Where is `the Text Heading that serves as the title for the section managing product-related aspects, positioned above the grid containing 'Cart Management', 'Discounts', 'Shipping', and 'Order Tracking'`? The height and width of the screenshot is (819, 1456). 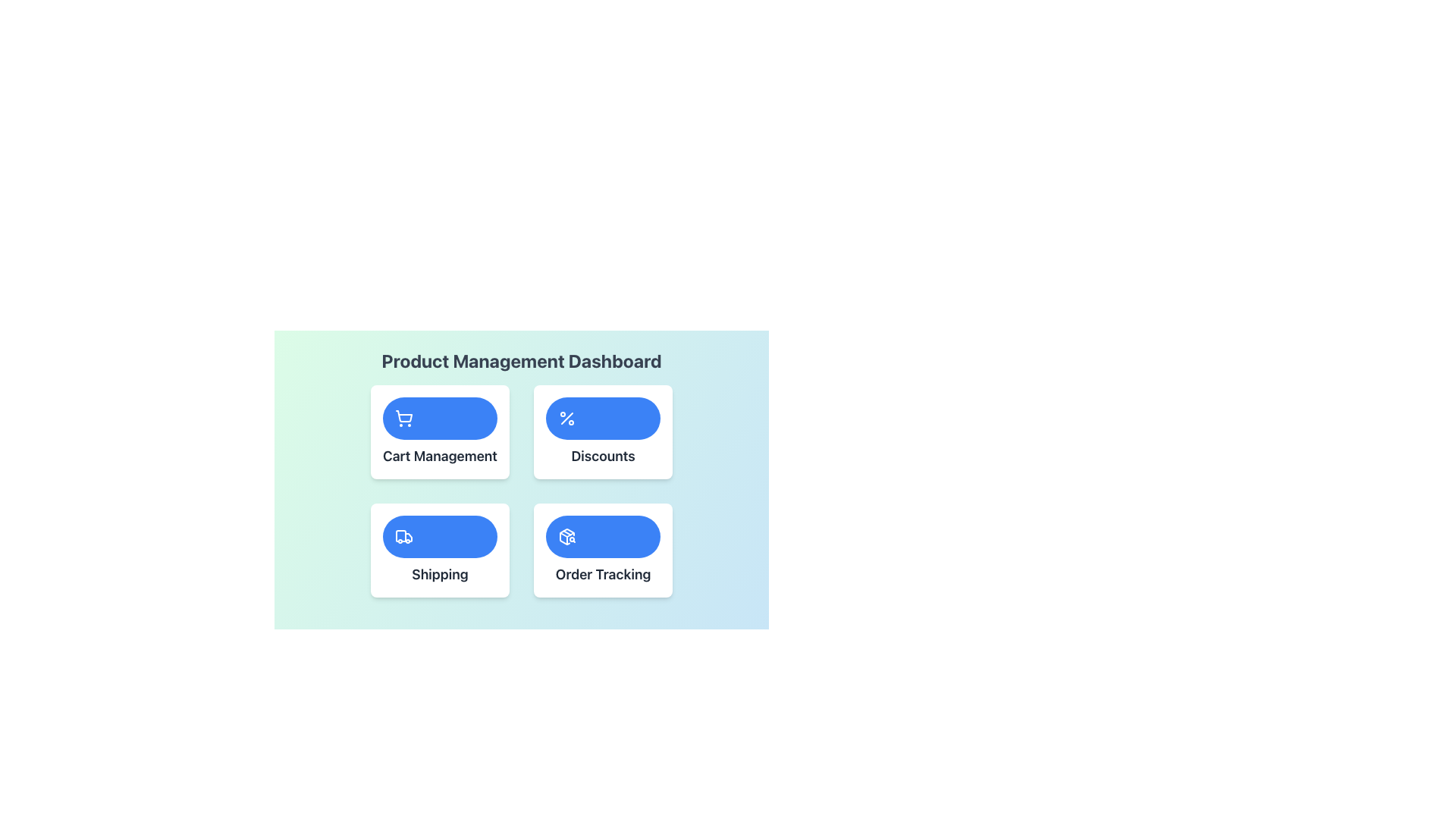
the Text Heading that serves as the title for the section managing product-related aspects, positioned above the grid containing 'Cart Management', 'Discounts', 'Shipping', and 'Order Tracking' is located at coordinates (521, 360).